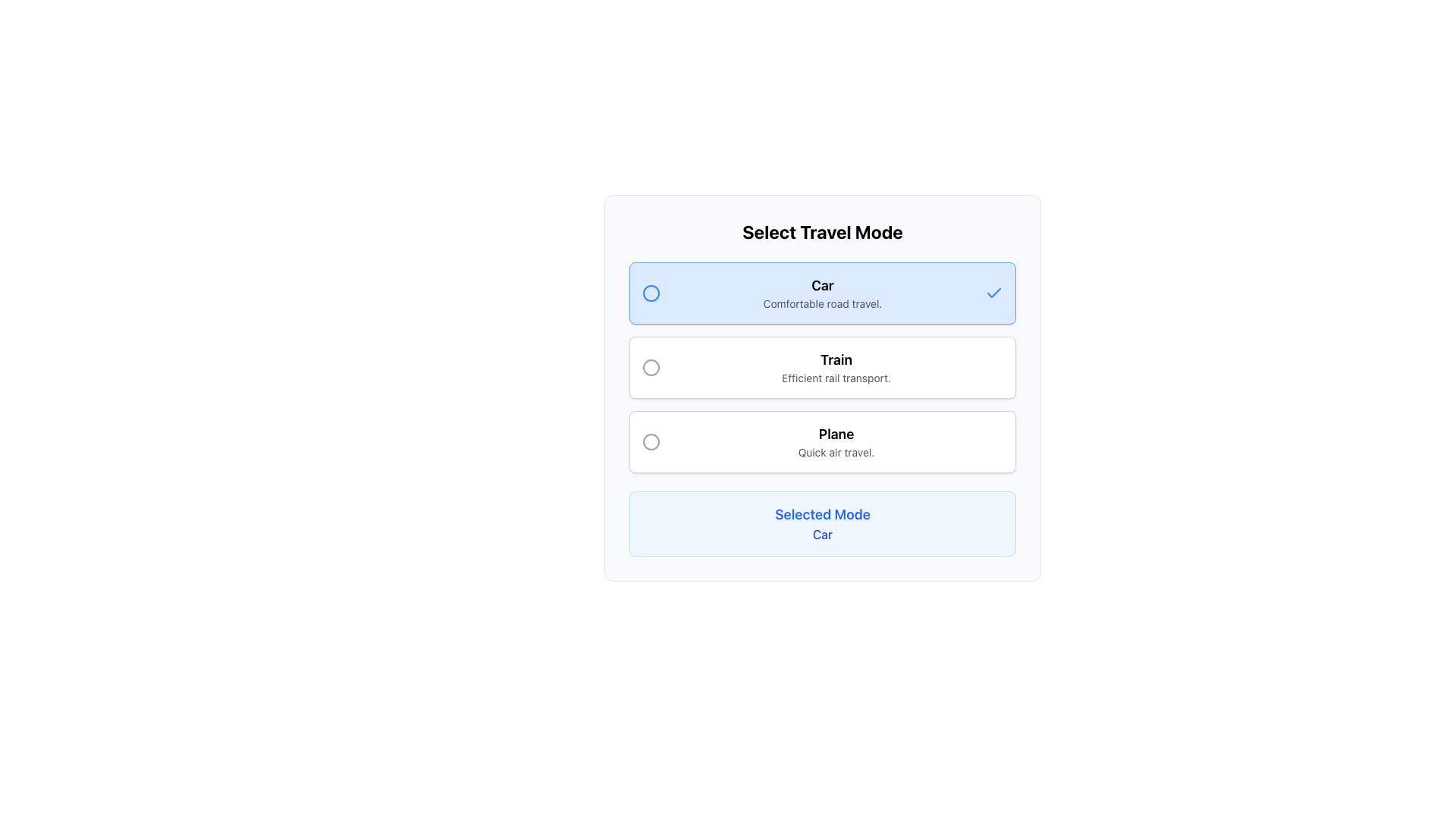  Describe the element at coordinates (651, 293) in the screenshot. I see `the state of the SVG Circle element styled with a blue stroke, representing the 'Car' option in the travel mode selection interface` at that location.